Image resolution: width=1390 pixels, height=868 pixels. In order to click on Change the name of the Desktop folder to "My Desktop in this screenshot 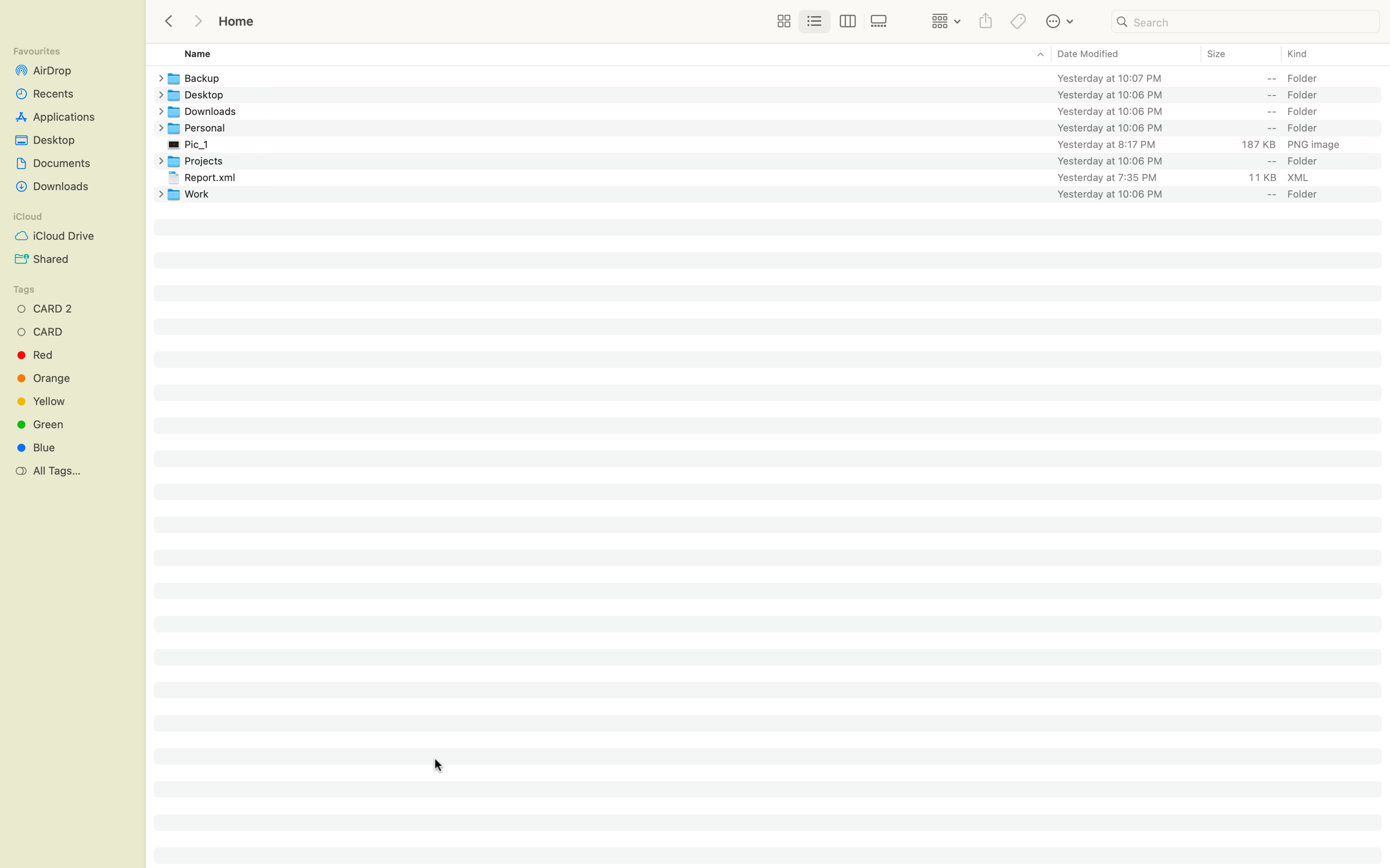, I will do `click(777, 94)`.